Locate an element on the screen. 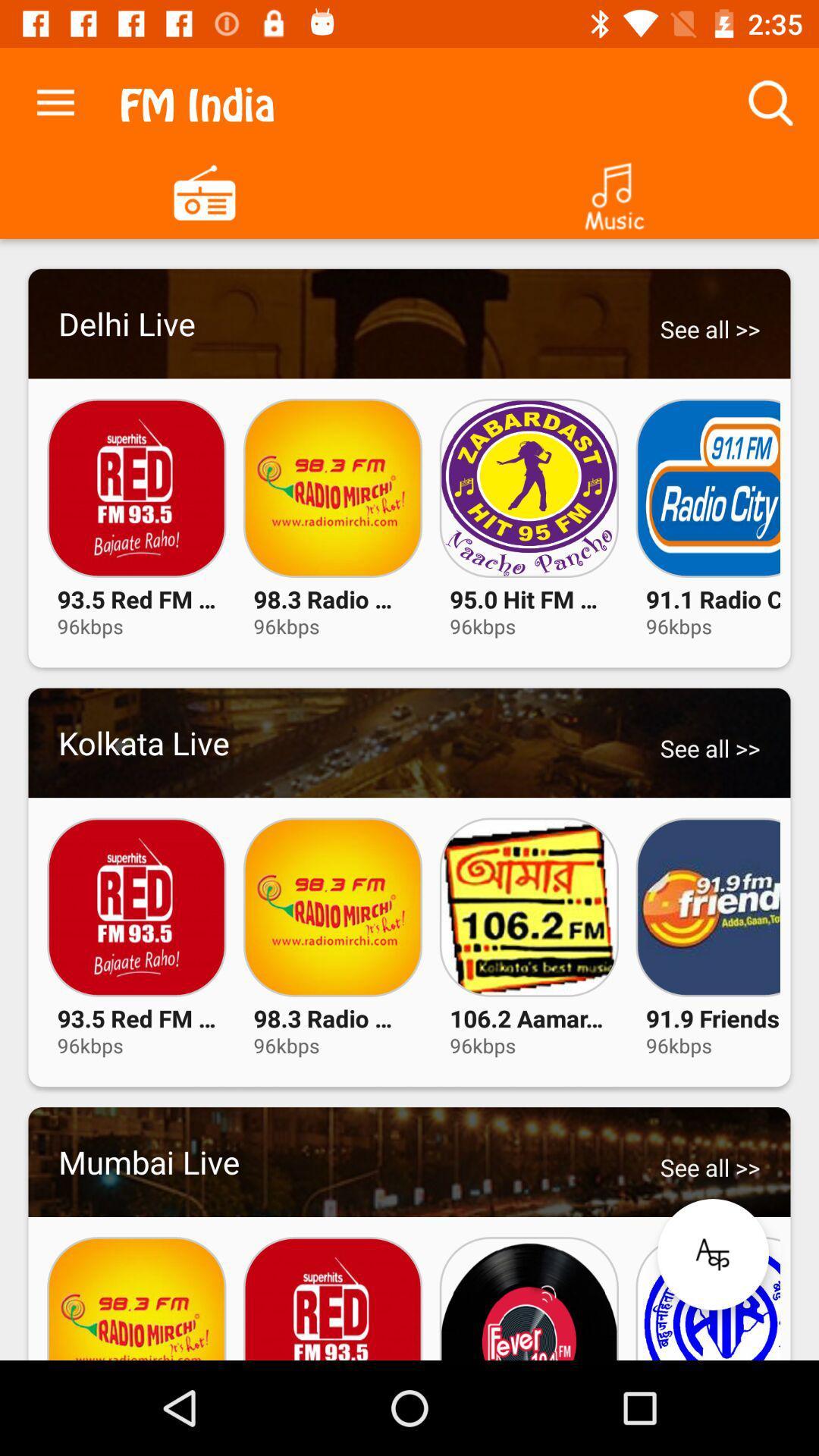  the app next to fm india item is located at coordinates (55, 99).